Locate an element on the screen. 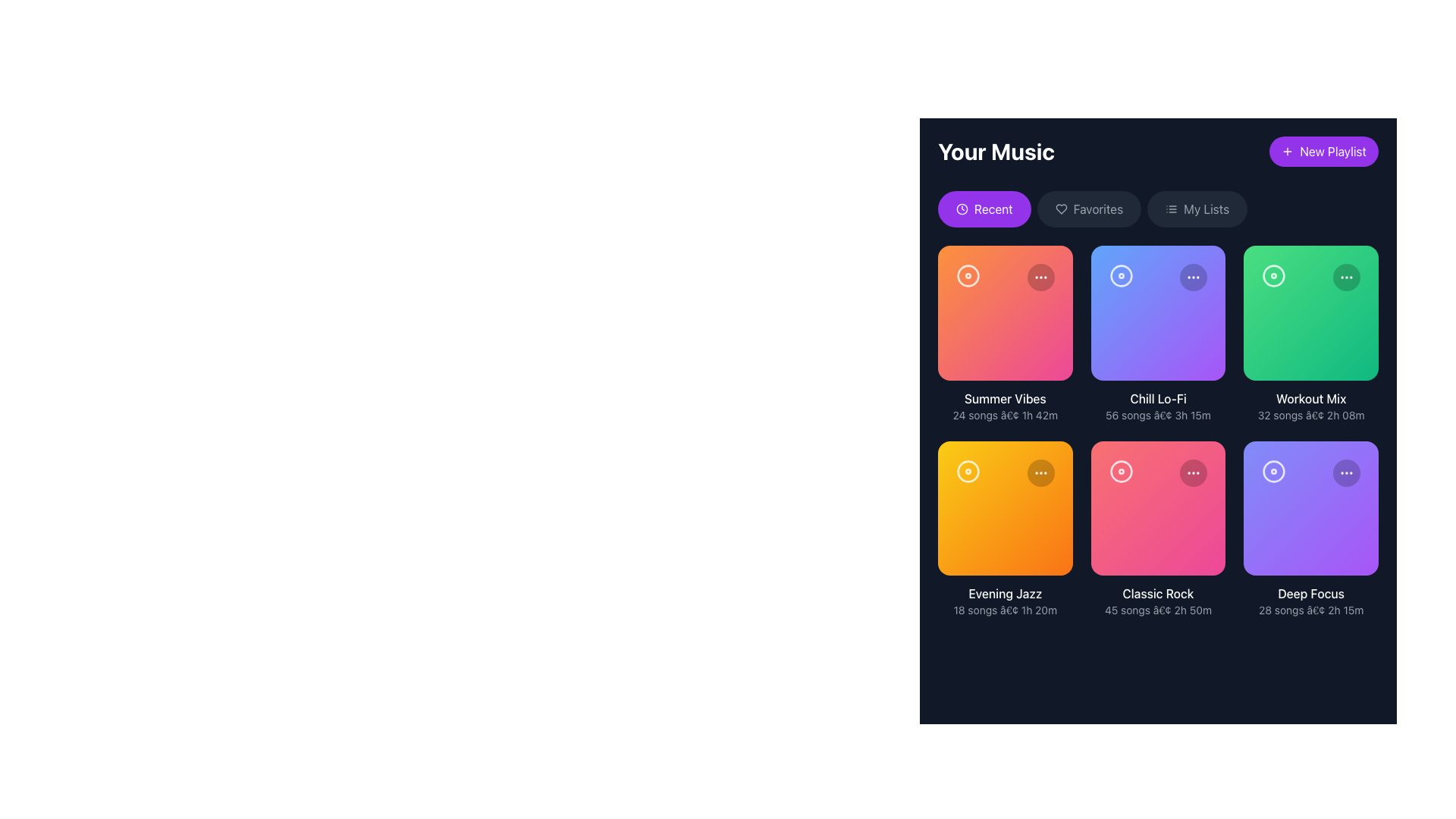 This screenshot has width=1456, height=819. the menu trigger icon located in the top right corner of the 'Summer Vibes' tile is located at coordinates (1040, 278).